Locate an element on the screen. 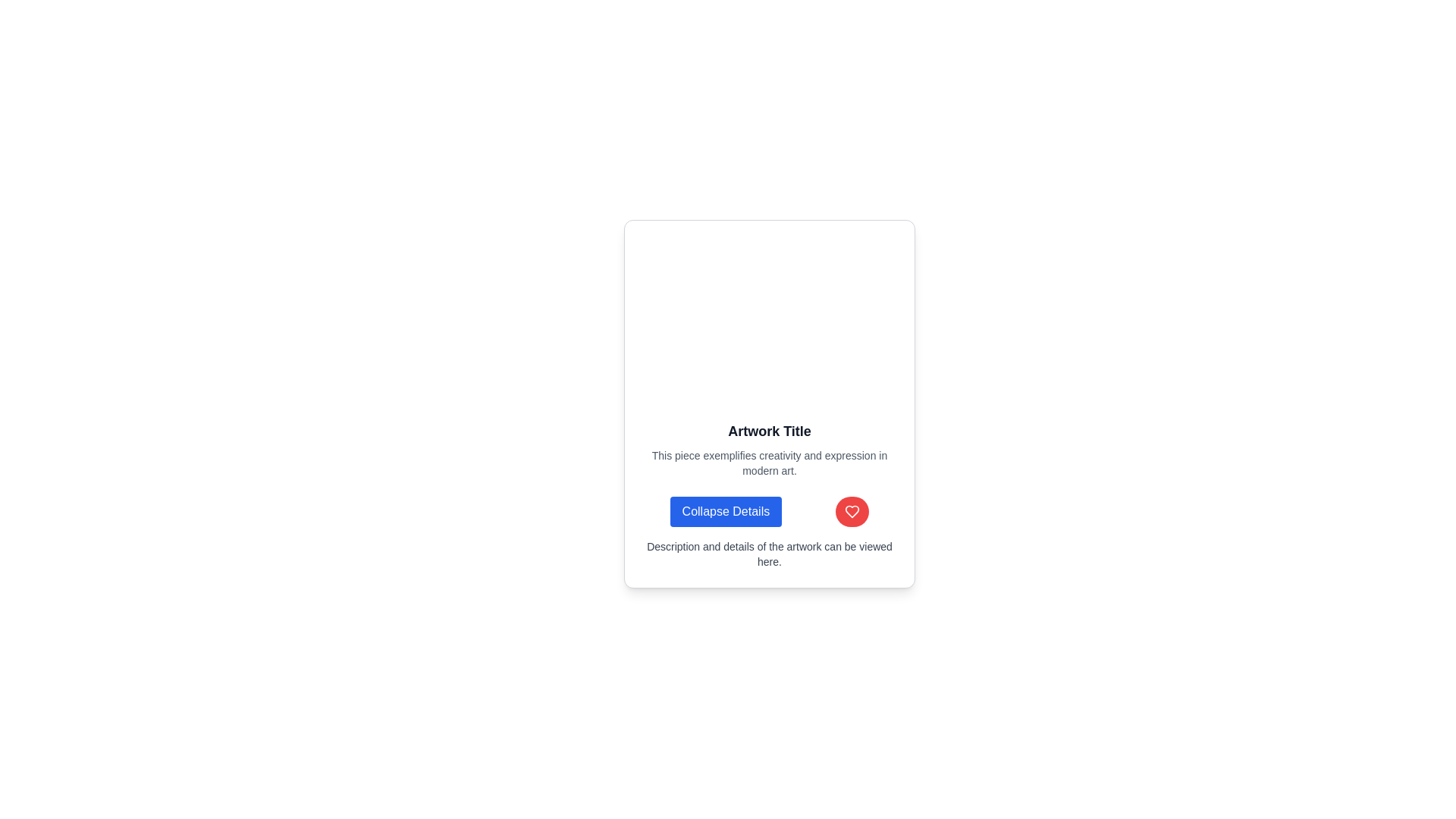 This screenshot has height=819, width=1456. the supplementary descriptive text located directly below the 'Artwork Title' header, which provides context about the artwork is located at coordinates (769, 462).